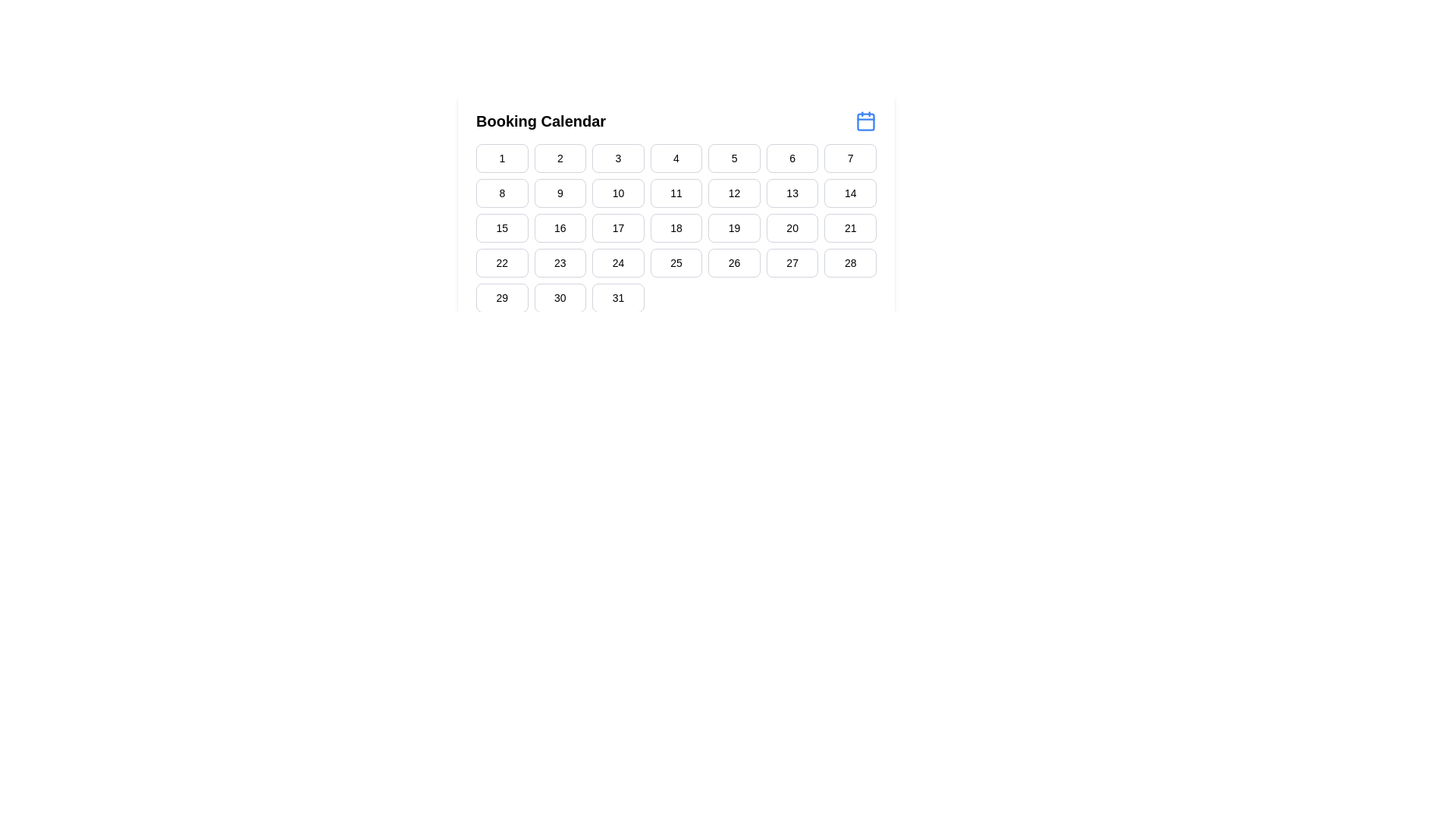  Describe the element at coordinates (734, 262) in the screenshot. I see `the interactive button that corresponds to selecting the 26th day in the calendar interface, located in the fourth row and fifth column of the grid` at that location.